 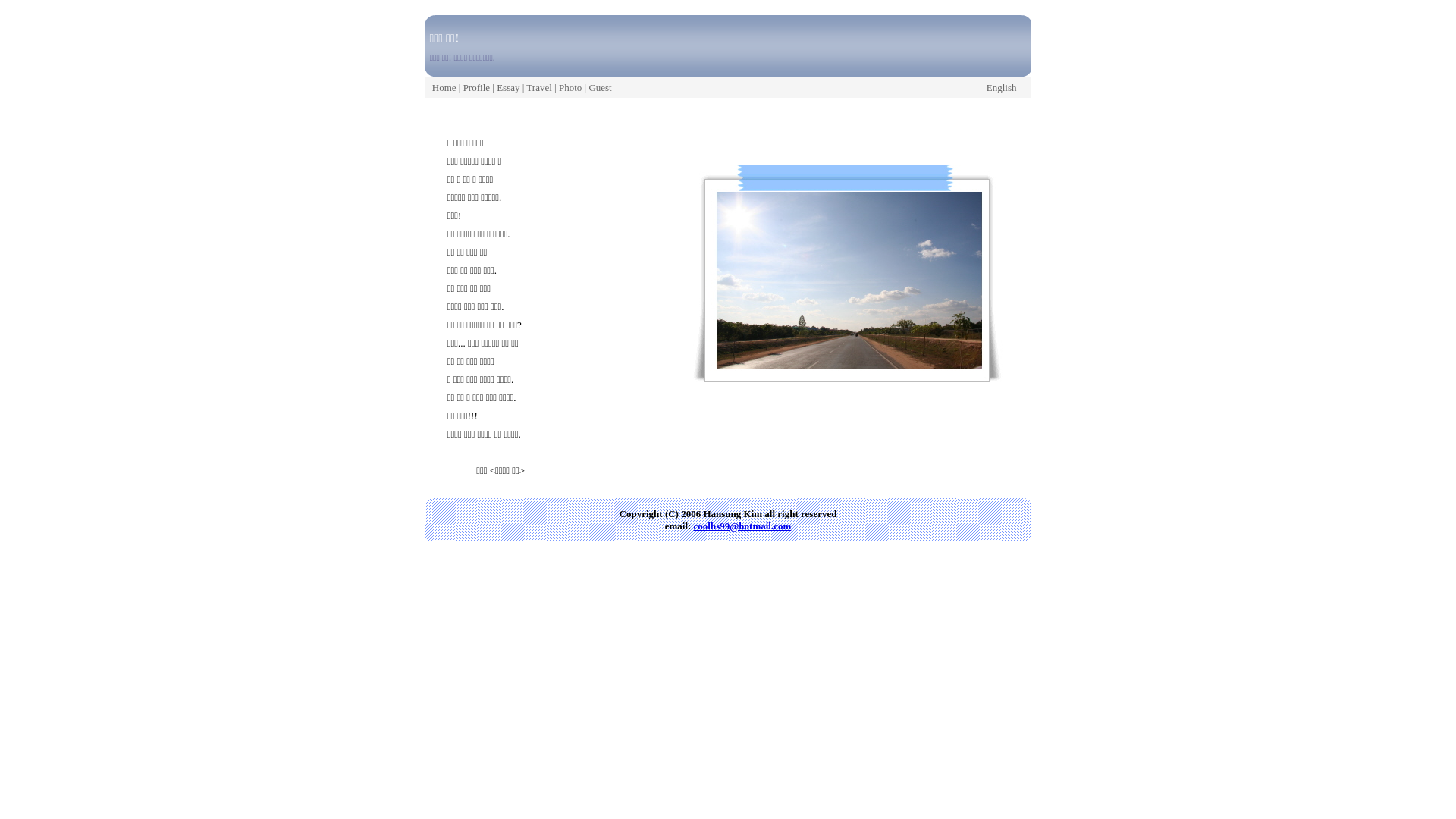 I want to click on 'Essay', so click(x=508, y=87).